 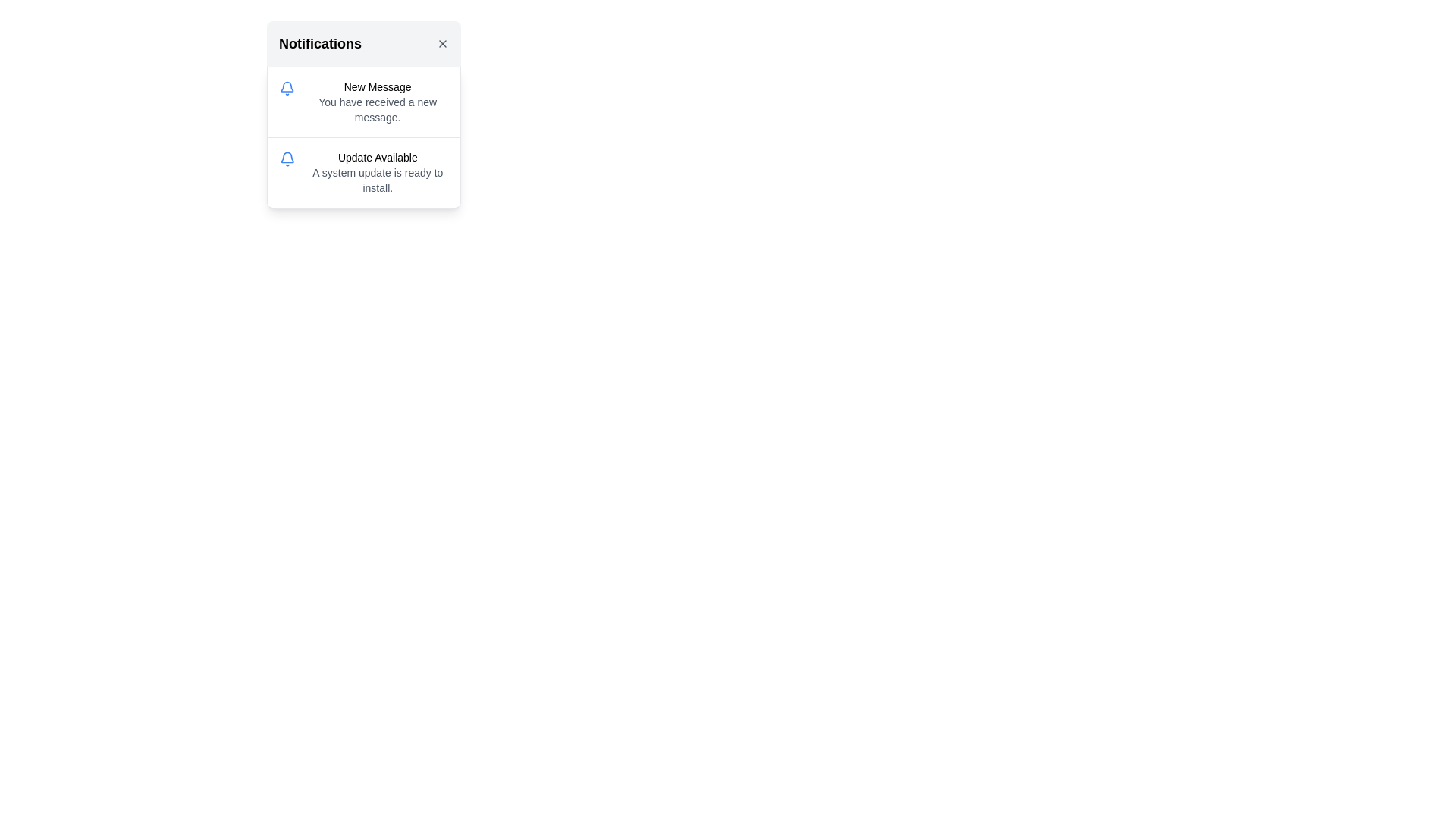 I want to click on the Notification card that displays information about a new message, which is the first entry in the list of notifications, so click(x=364, y=102).